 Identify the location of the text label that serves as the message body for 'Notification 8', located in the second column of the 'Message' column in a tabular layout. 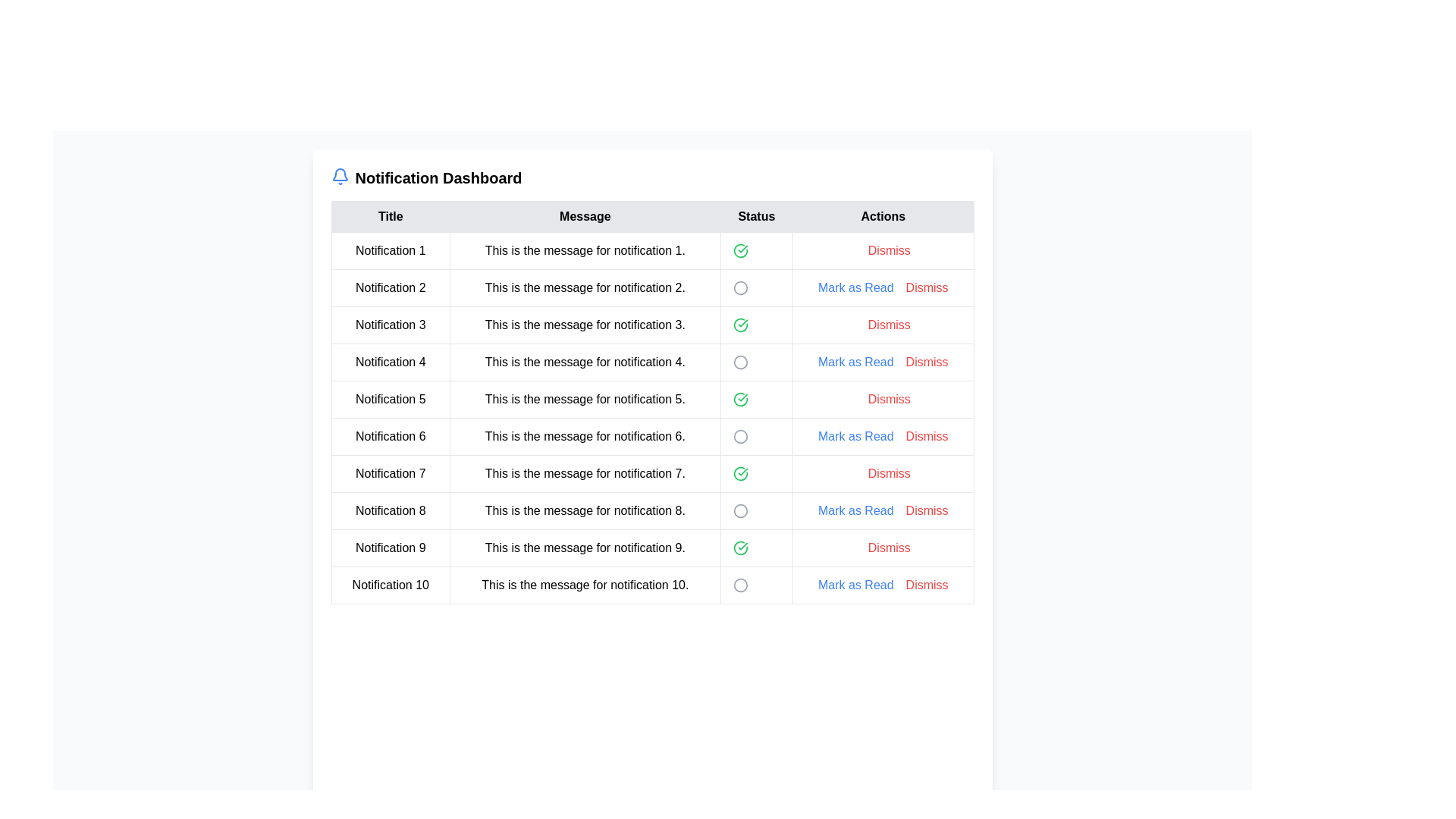
(584, 511).